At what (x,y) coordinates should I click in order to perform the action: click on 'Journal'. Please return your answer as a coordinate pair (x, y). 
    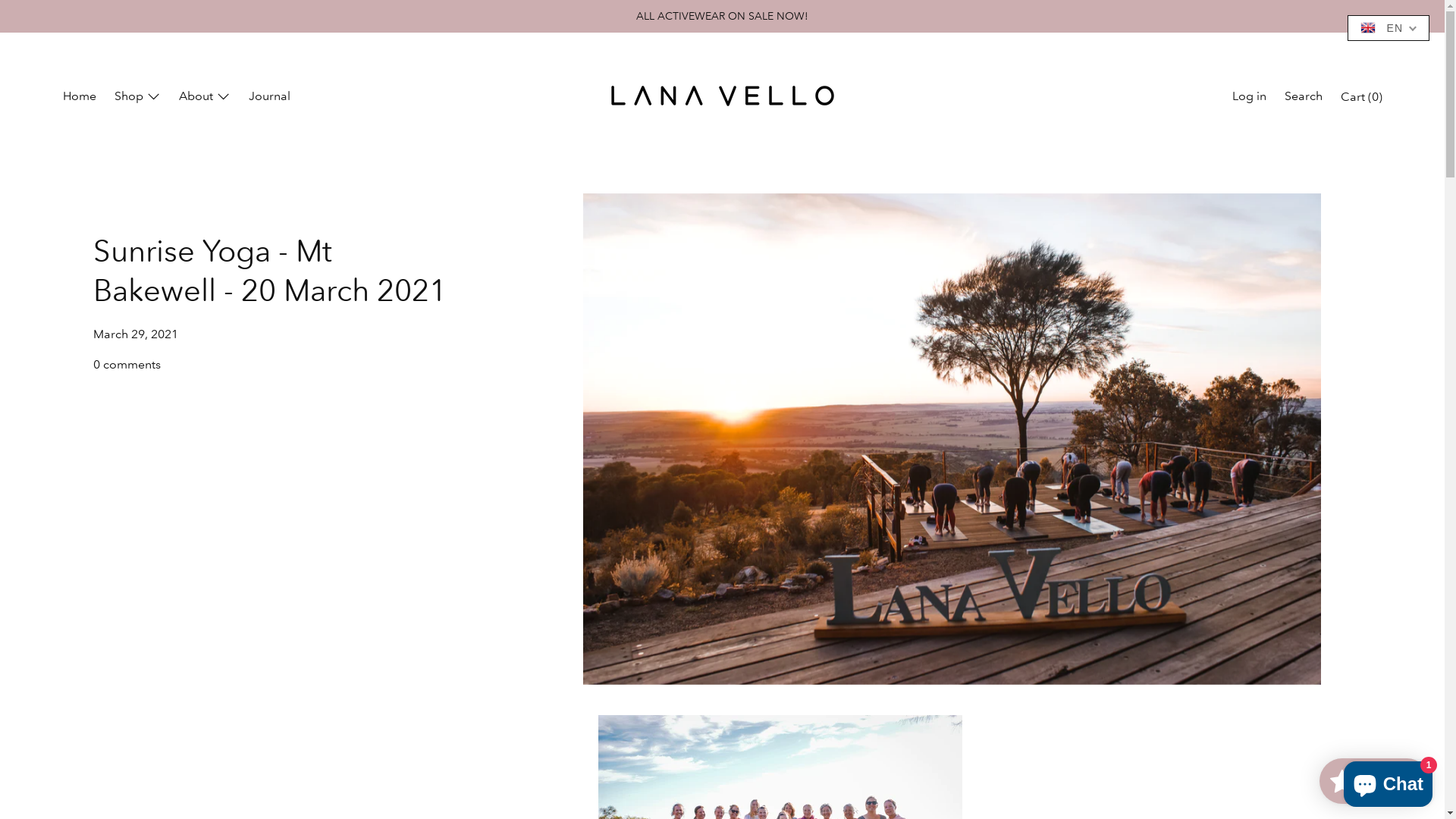
    Looking at the image, I should click on (269, 97).